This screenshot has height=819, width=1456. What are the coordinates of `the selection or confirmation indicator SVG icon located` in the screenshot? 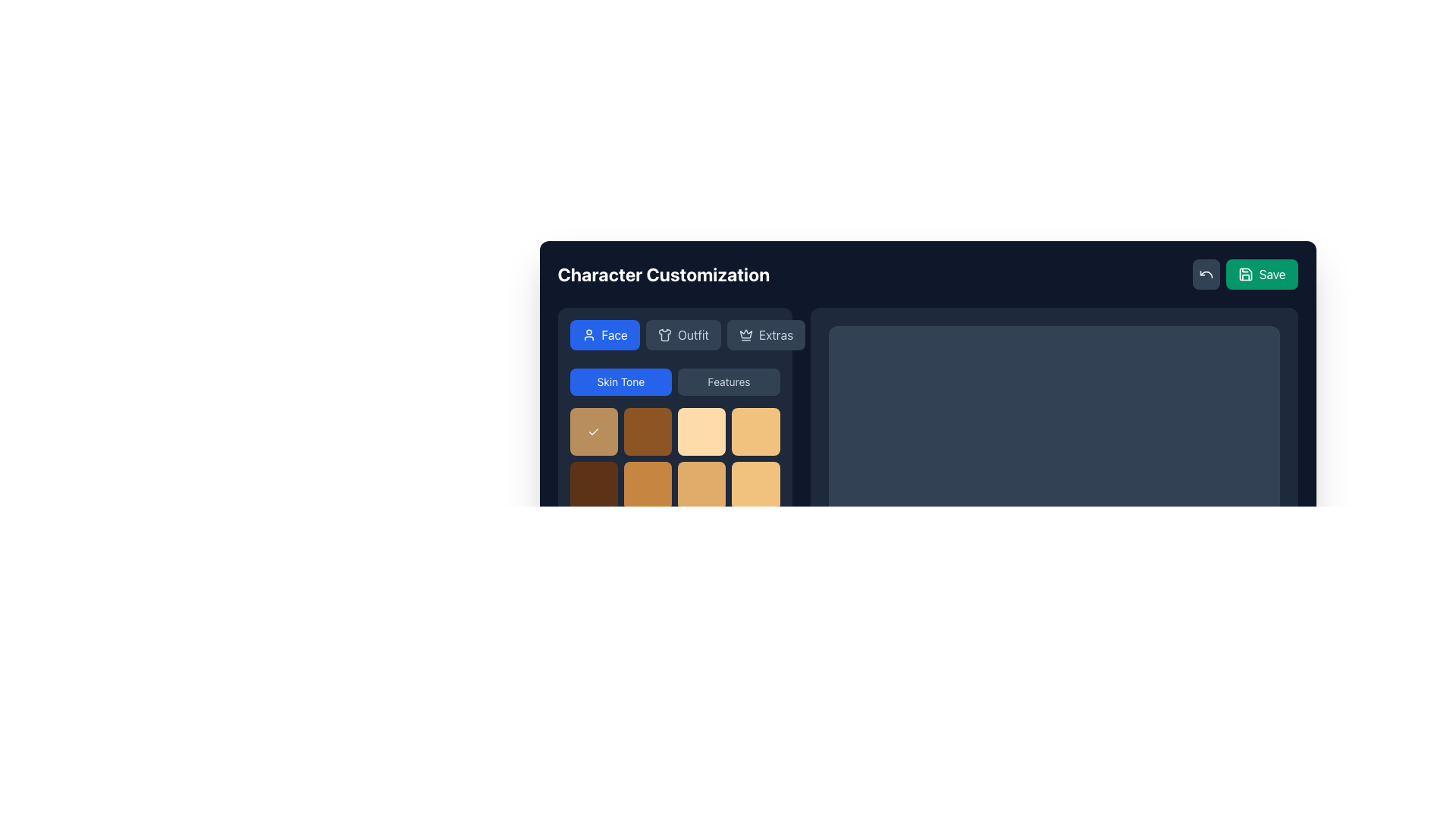 It's located at (593, 431).